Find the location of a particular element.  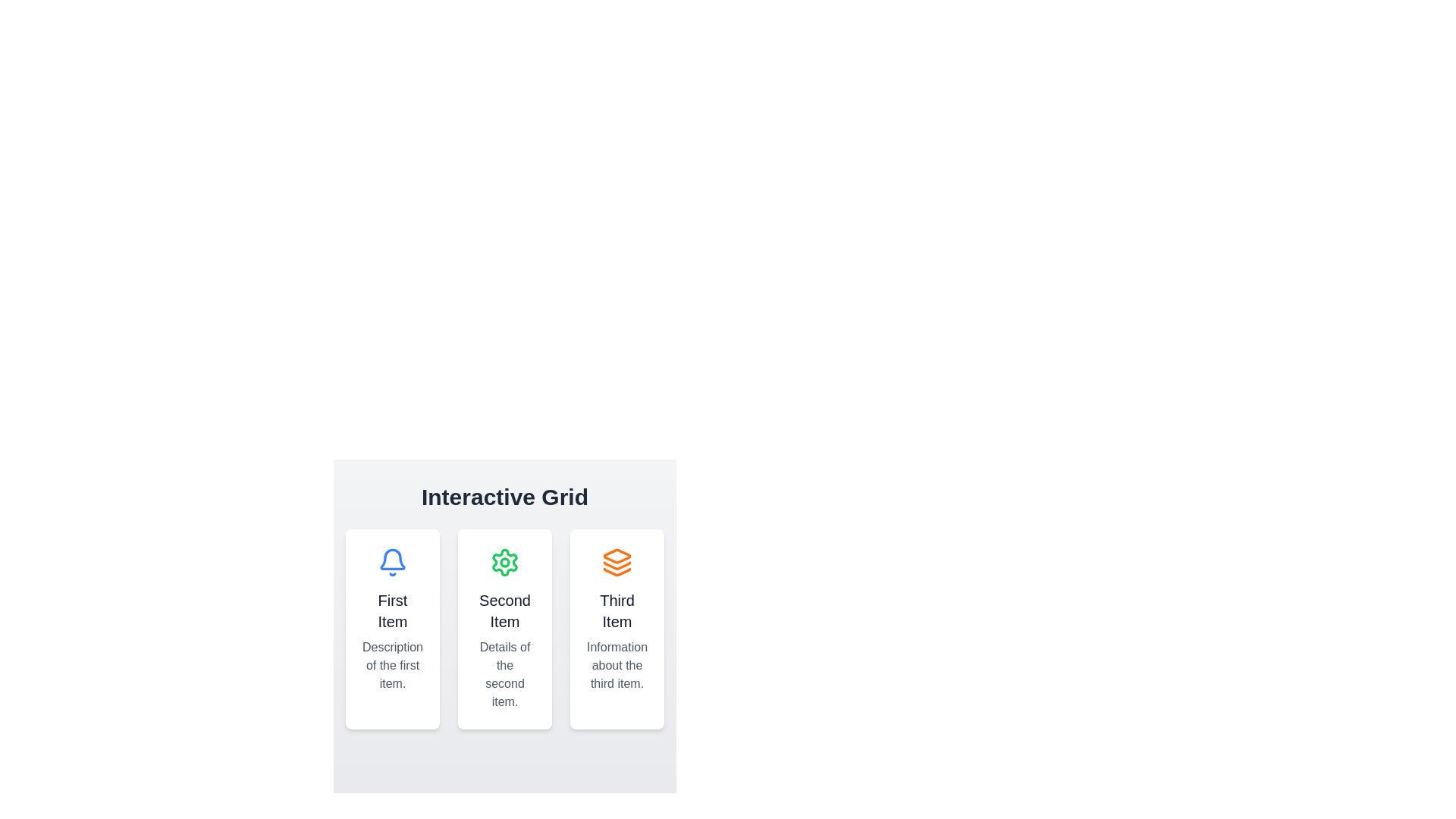

the decorative middle layer of the stack icon associated with the 'Third Item' in the grid layout is located at coordinates (617, 566).